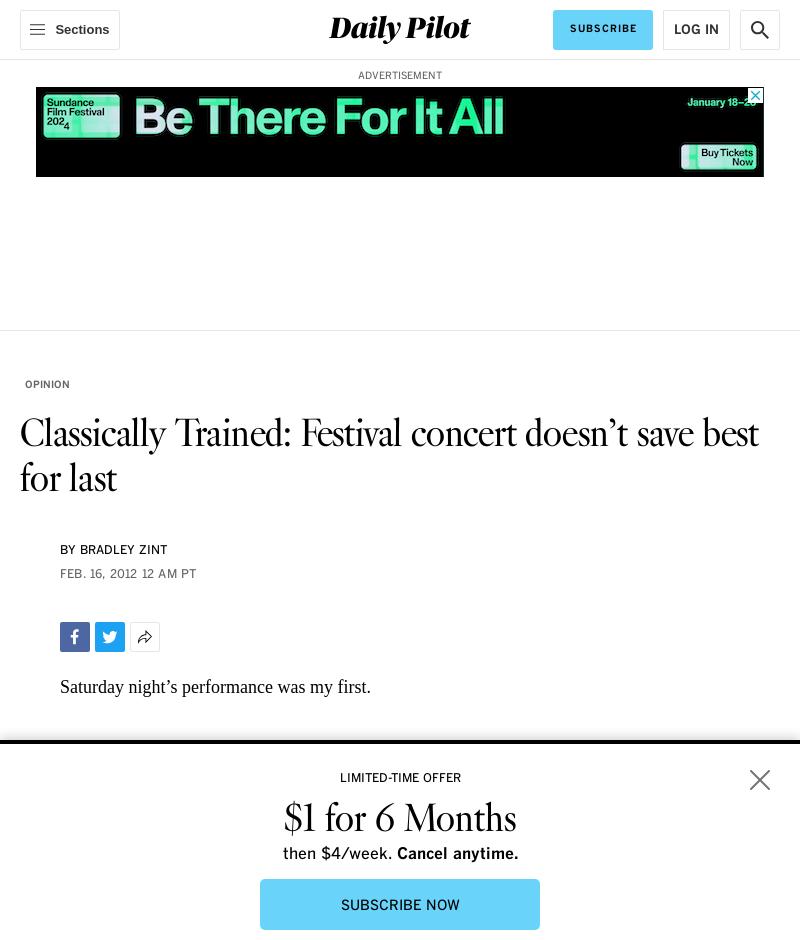 Image resolution: width=800 pixels, height=940 pixels. What do you see at coordinates (696, 29) in the screenshot?
I see `'Log In'` at bounding box center [696, 29].